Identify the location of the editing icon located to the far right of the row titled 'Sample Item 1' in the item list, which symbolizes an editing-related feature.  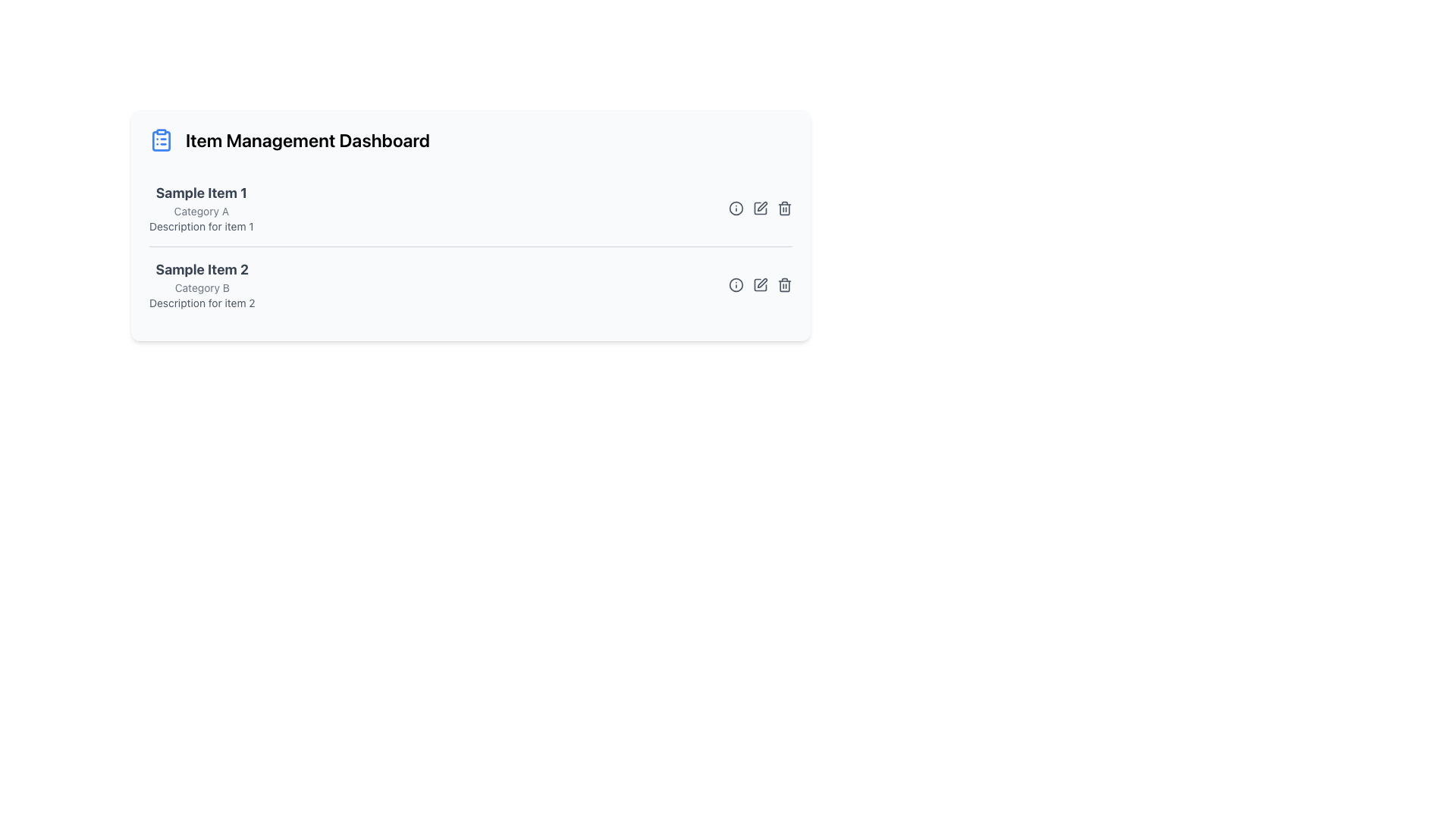
(762, 206).